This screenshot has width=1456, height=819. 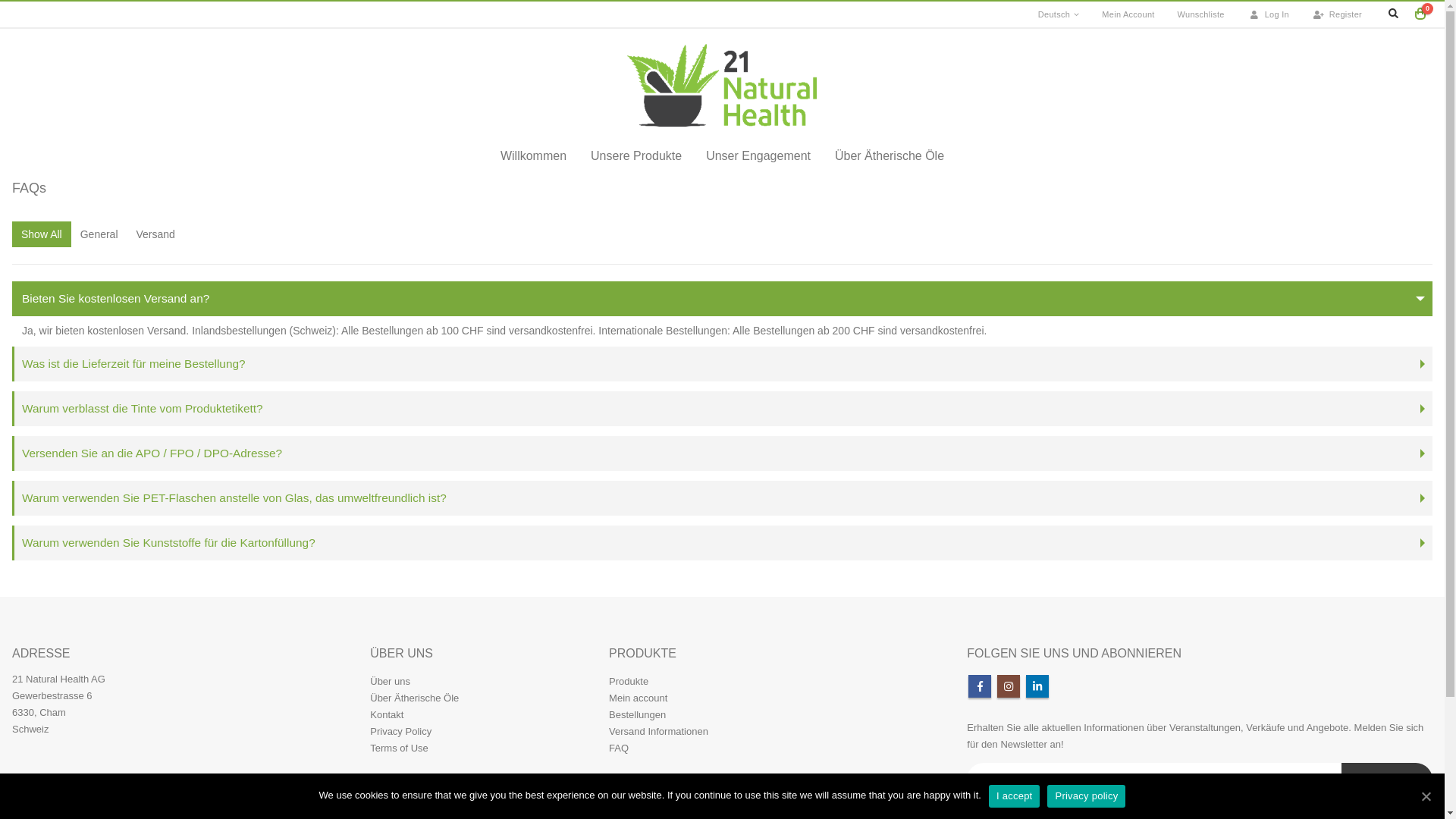 I want to click on 'Terms of Use', so click(x=399, y=747).